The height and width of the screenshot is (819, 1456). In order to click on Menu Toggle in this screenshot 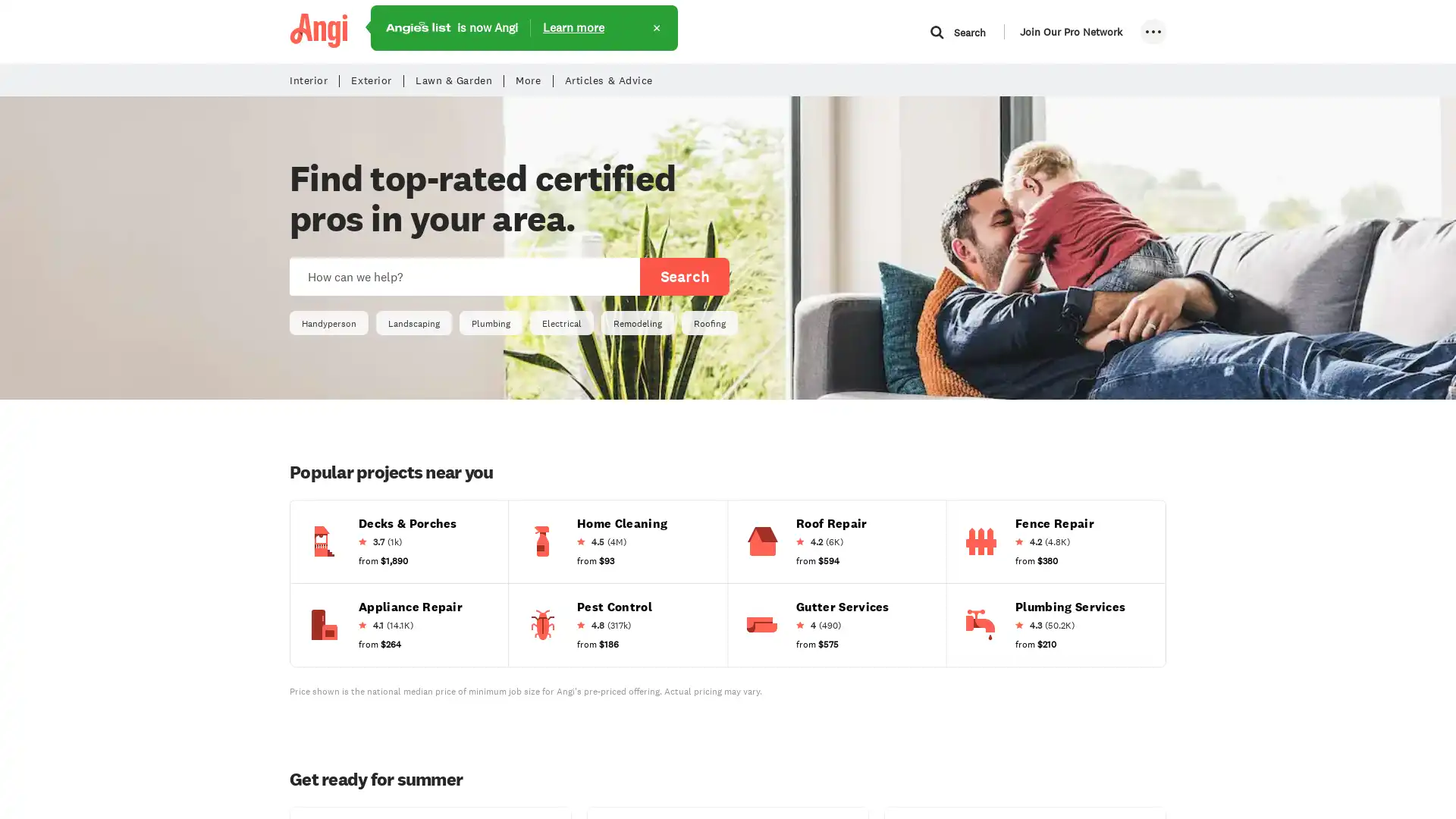, I will do `click(1153, 32)`.